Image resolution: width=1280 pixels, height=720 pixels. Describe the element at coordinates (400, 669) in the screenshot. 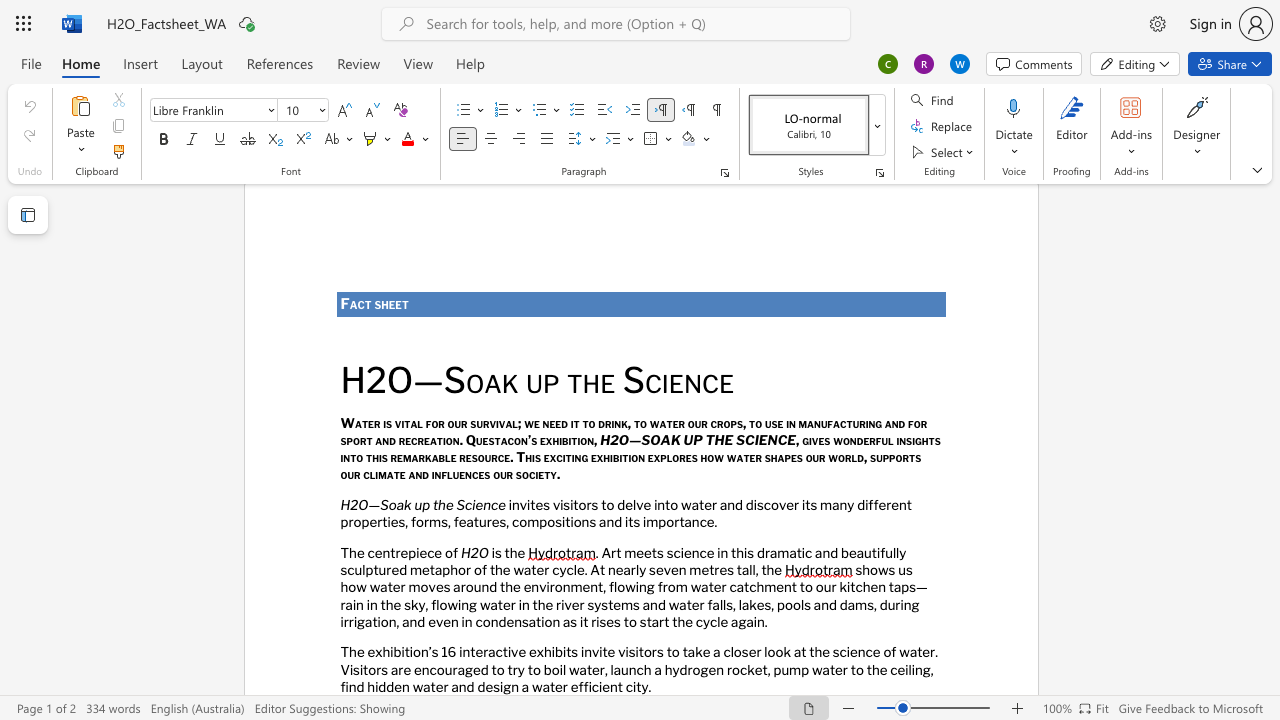

I see `the 6th character "r" in the text` at that location.